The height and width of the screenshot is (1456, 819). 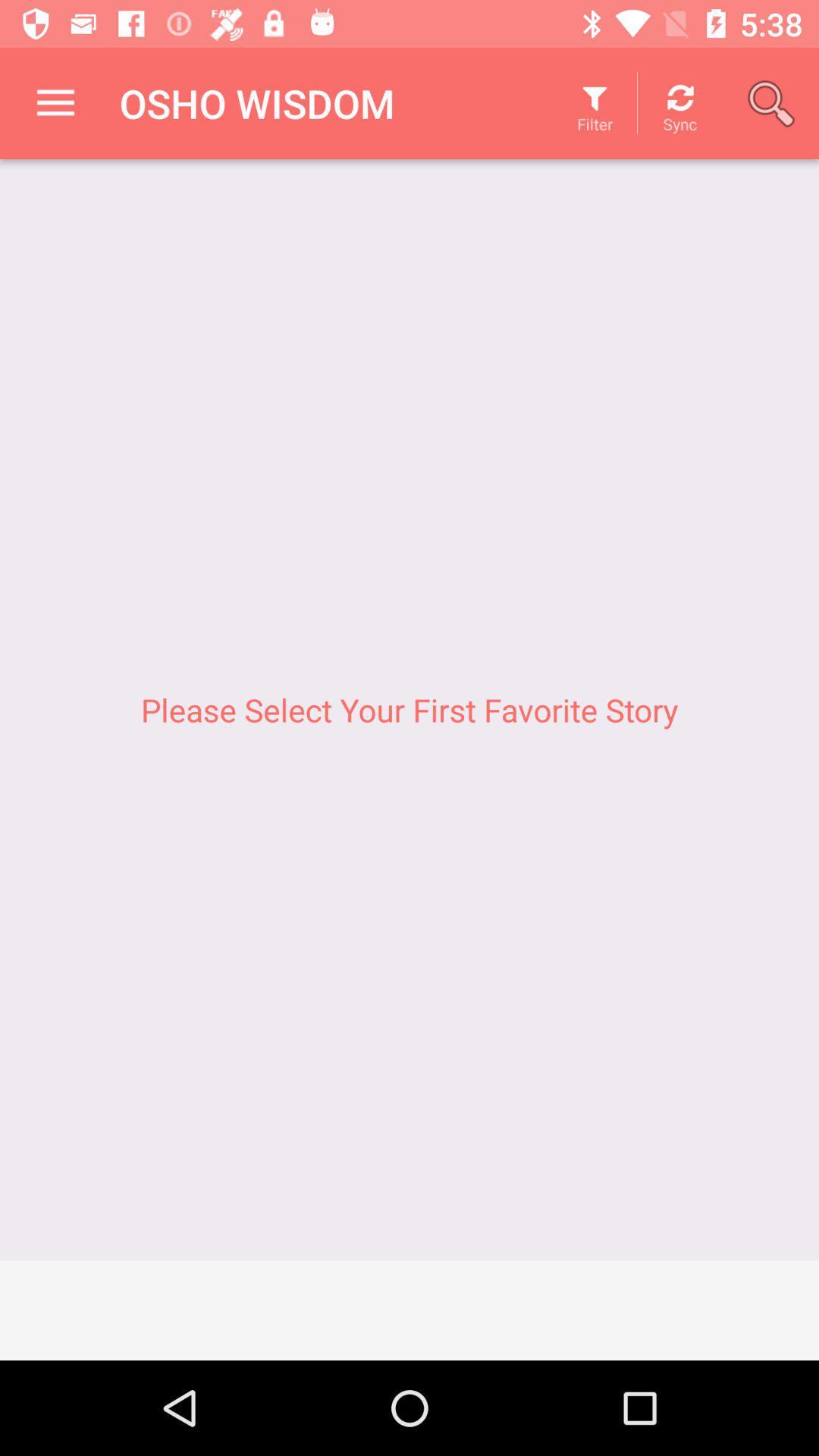 What do you see at coordinates (55, 102) in the screenshot?
I see `item next to osho wisdom icon` at bounding box center [55, 102].